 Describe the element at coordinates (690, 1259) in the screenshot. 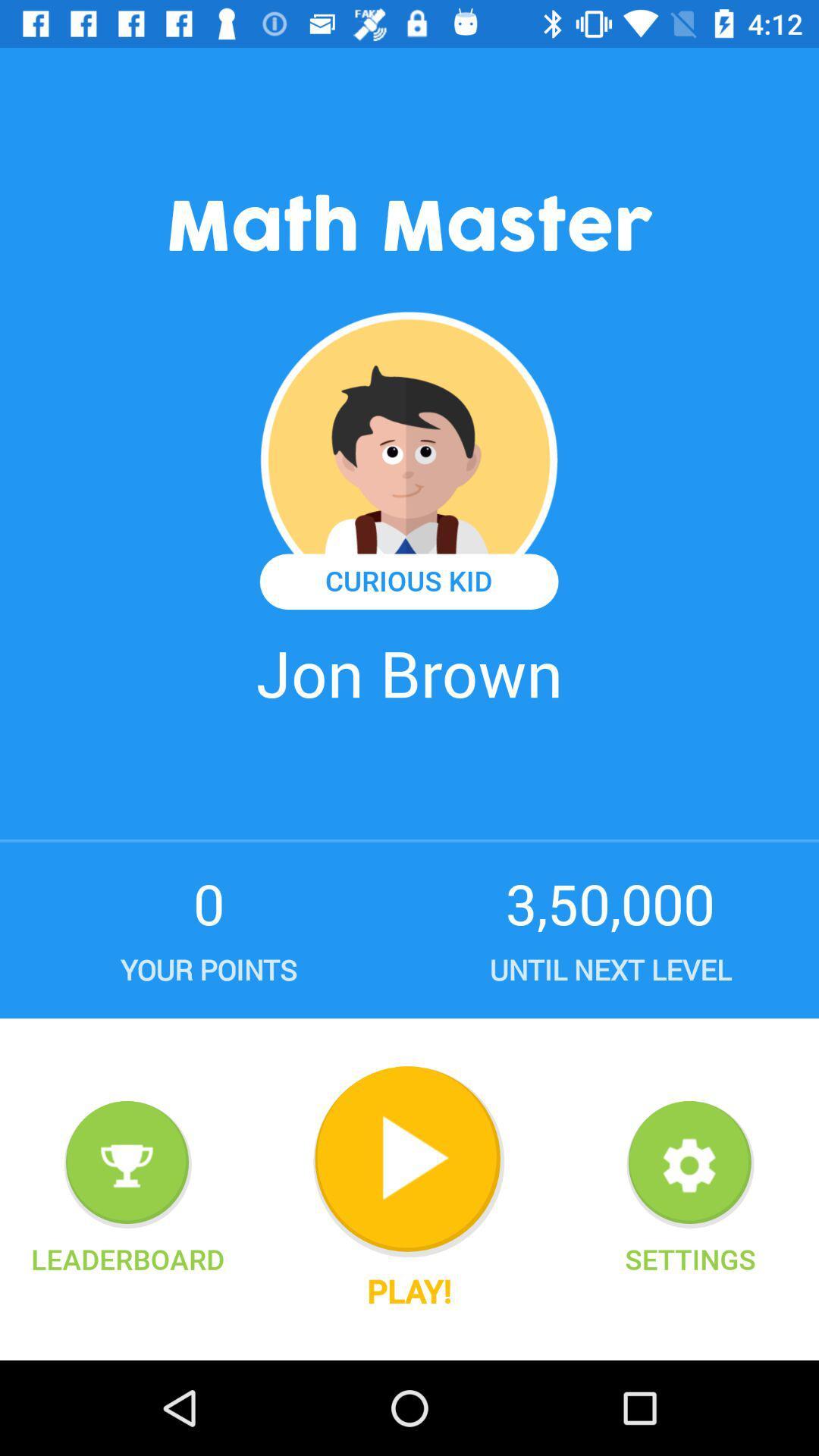

I see `the settings icon` at that location.